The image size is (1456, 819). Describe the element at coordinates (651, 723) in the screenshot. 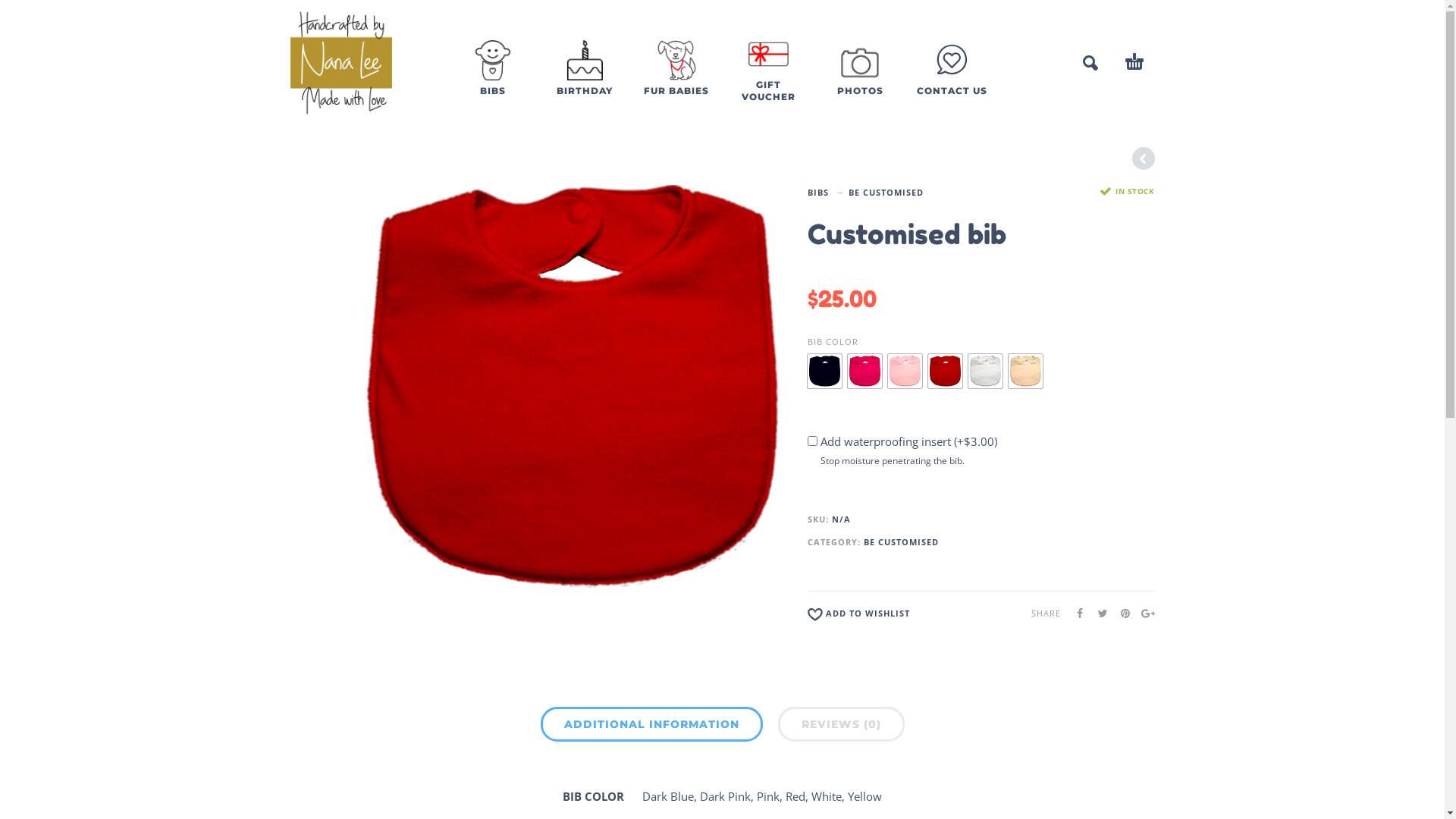

I see `'ADDITIONAL INFORMATION'` at that location.